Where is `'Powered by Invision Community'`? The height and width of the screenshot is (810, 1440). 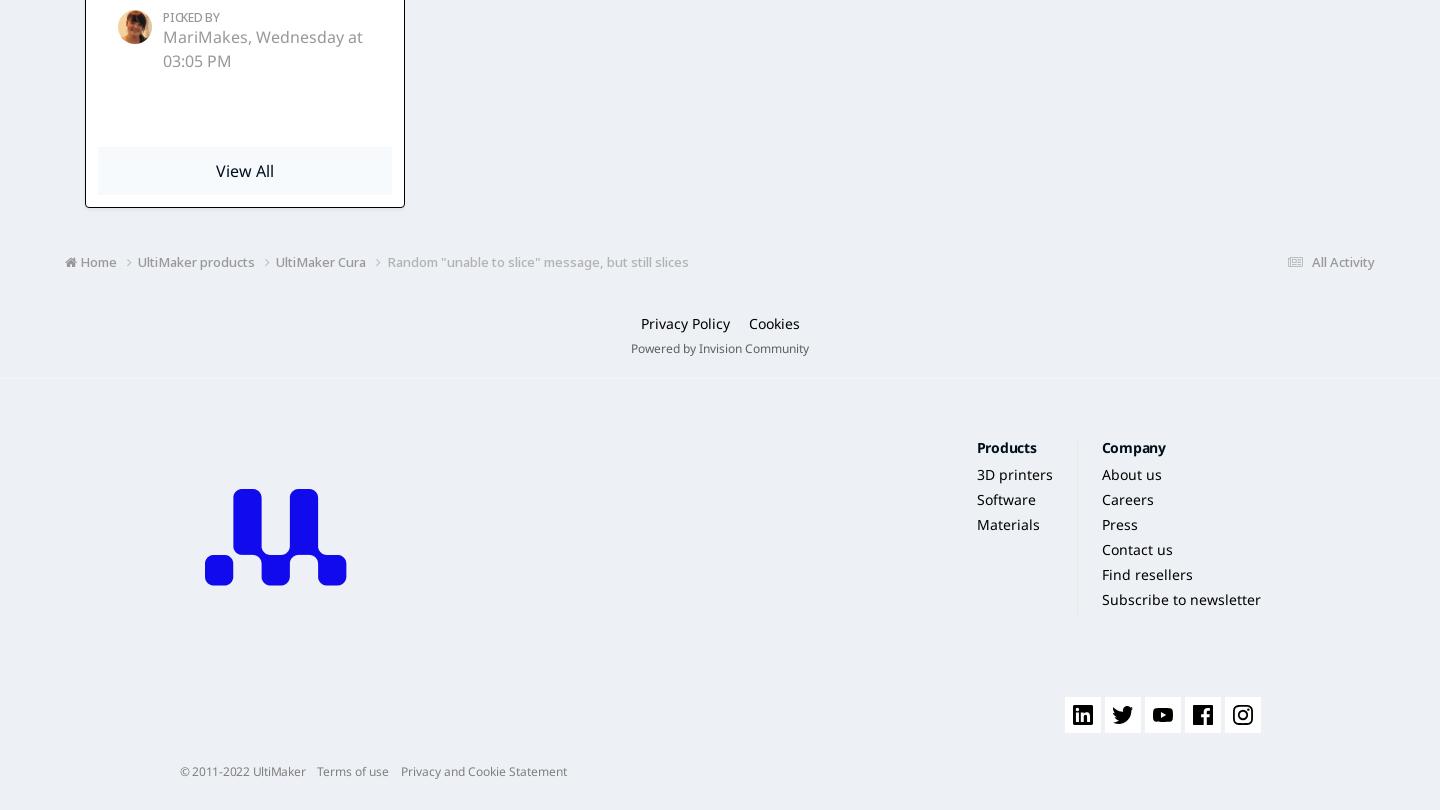 'Powered by Invision Community' is located at coordinates (720, 347).